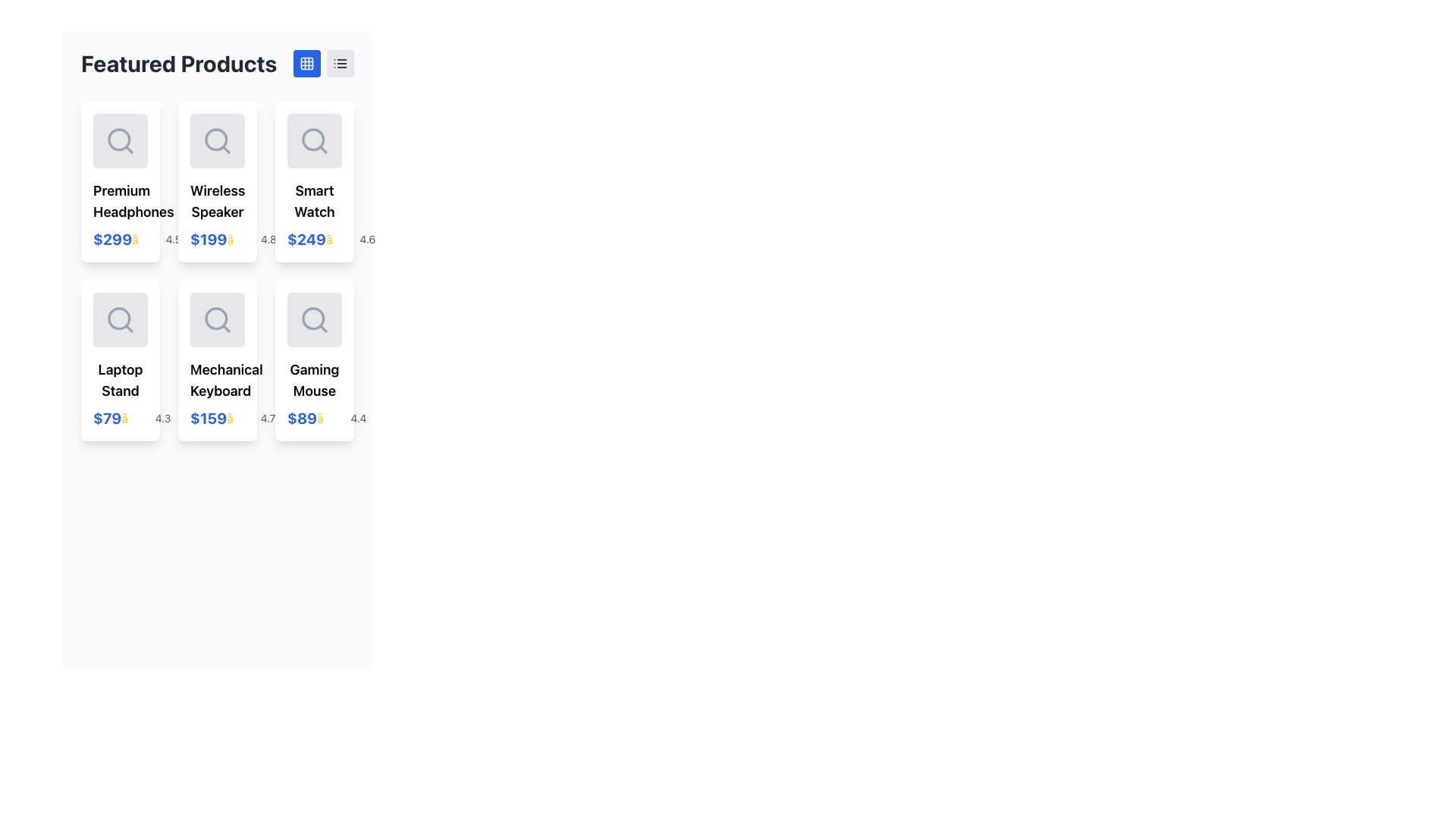 This screenshot has width=1456, height=819. What do you see at coordinates (119, 360) in the screenshot?
I see `the Laptop Stand product card located in the second row and first column of the product grid` at bounding box center [119, 360].